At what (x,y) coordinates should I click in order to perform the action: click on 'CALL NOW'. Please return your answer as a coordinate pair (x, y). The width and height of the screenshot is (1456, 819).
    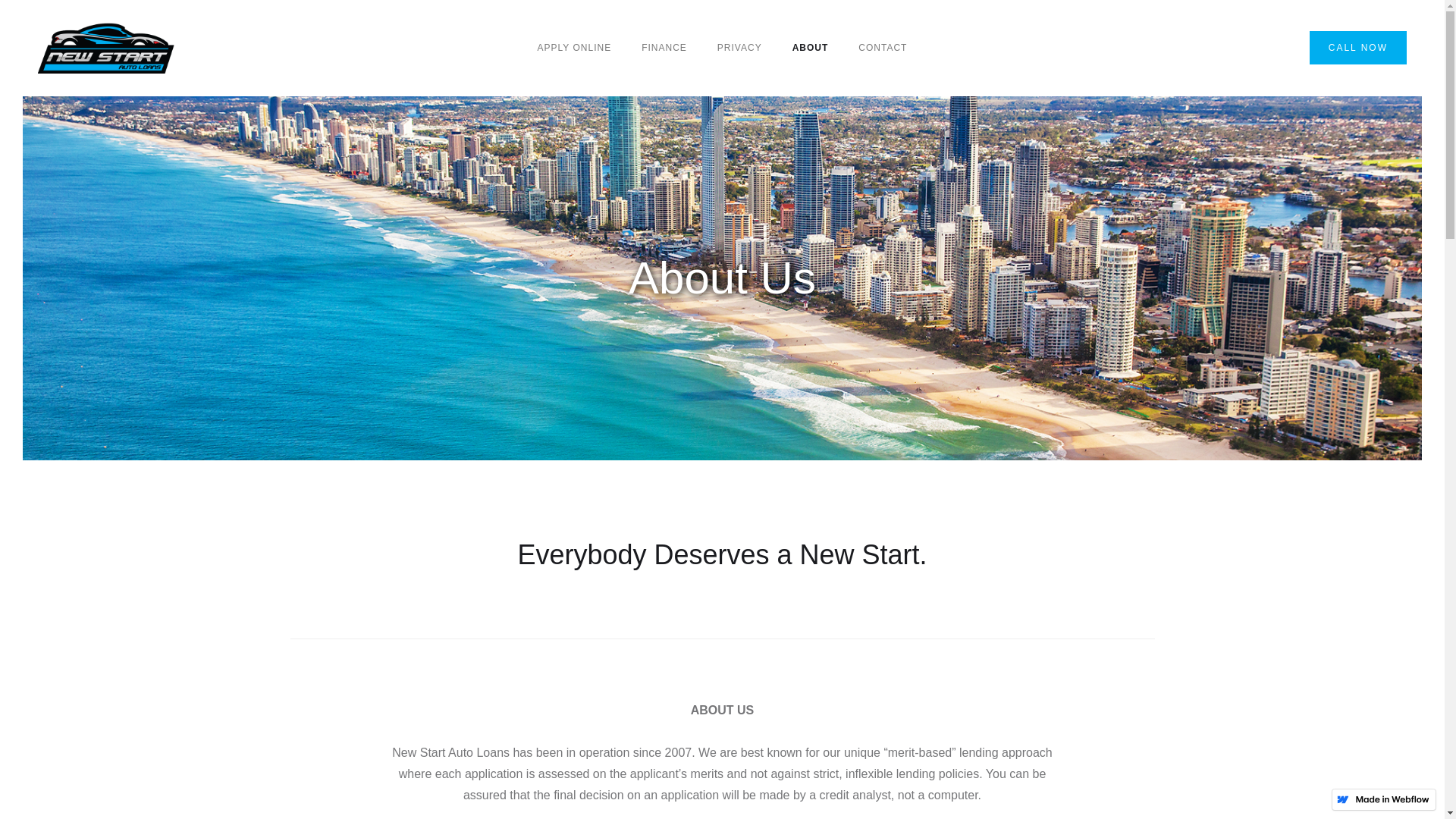
    Looking at the image, I should click on (1357, 46).